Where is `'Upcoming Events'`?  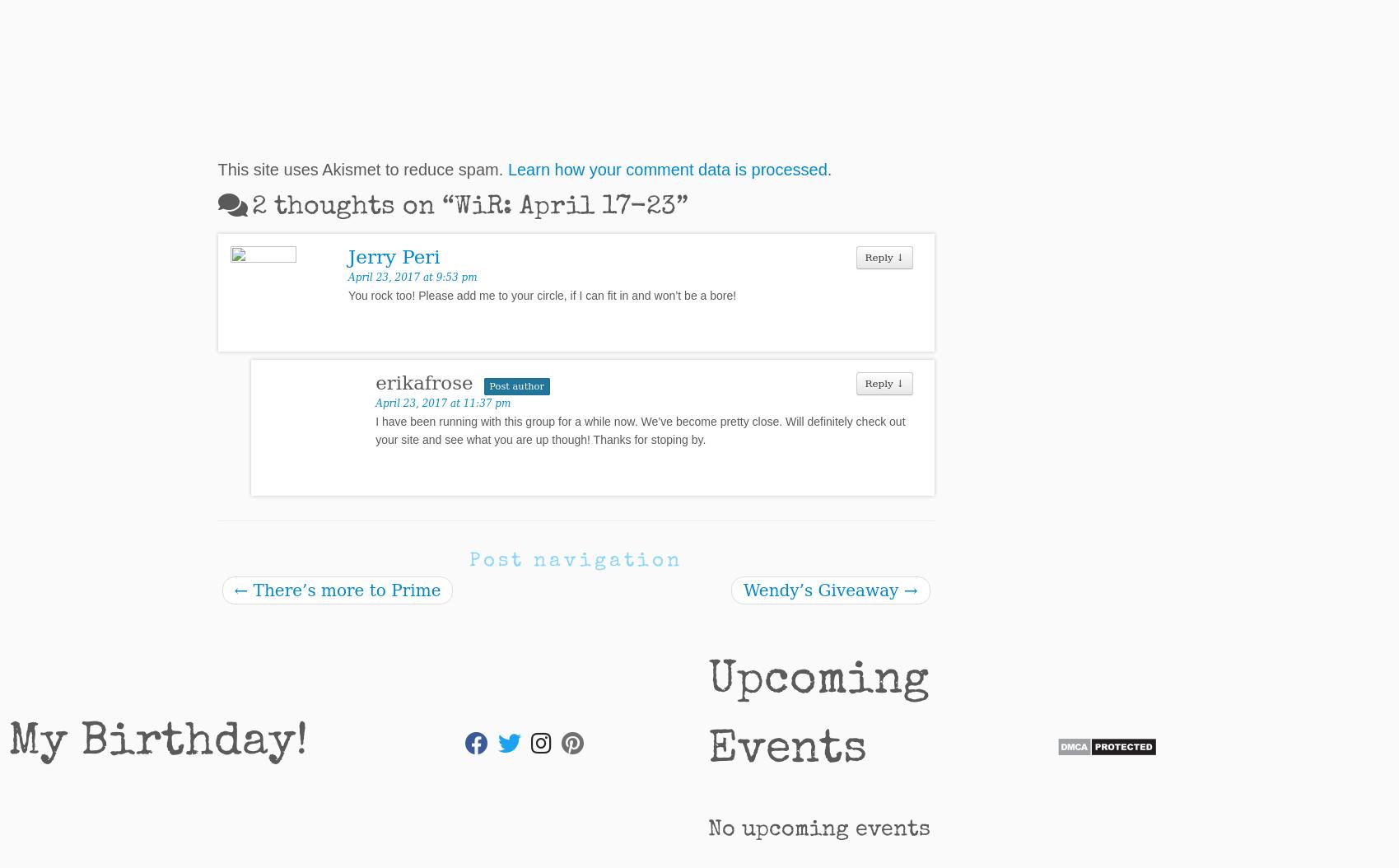
'Upcoming Events' is located at coordinates (818, 716).